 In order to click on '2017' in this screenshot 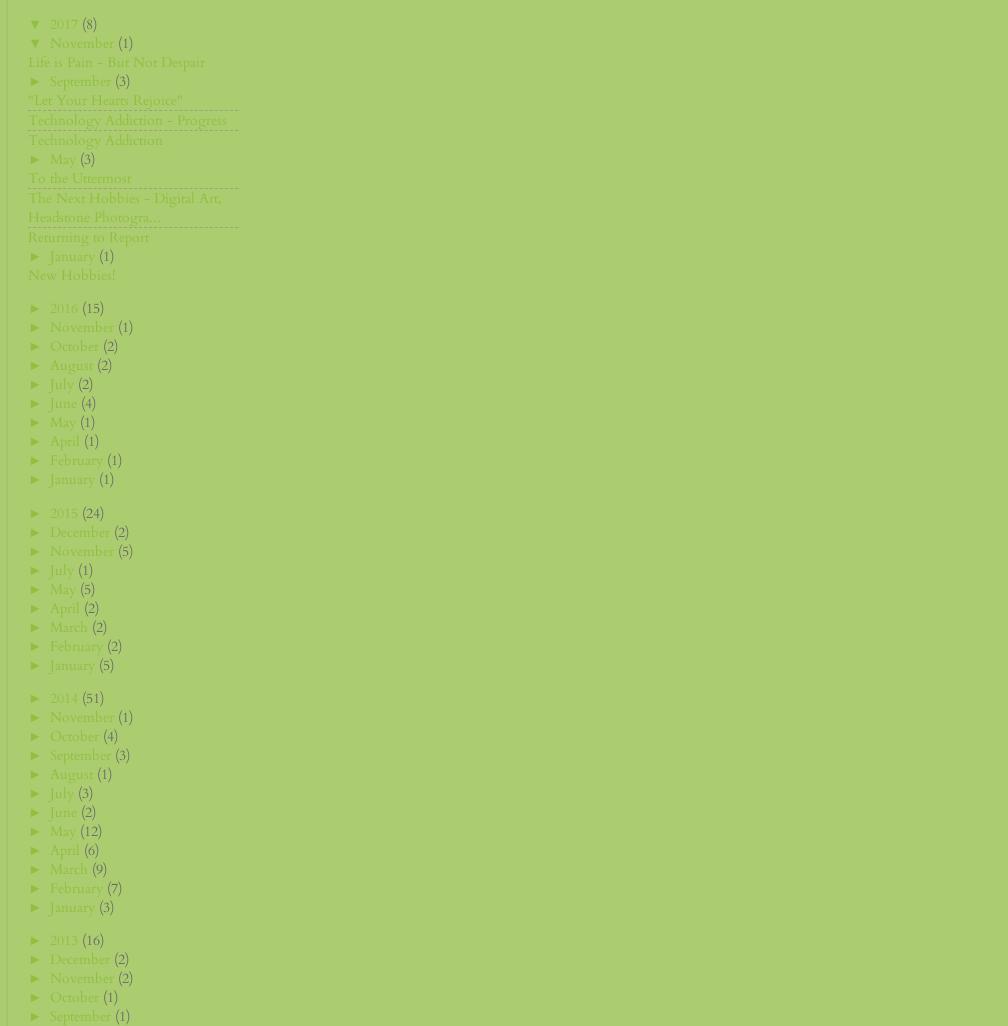, I will do `click(66, 23)`.